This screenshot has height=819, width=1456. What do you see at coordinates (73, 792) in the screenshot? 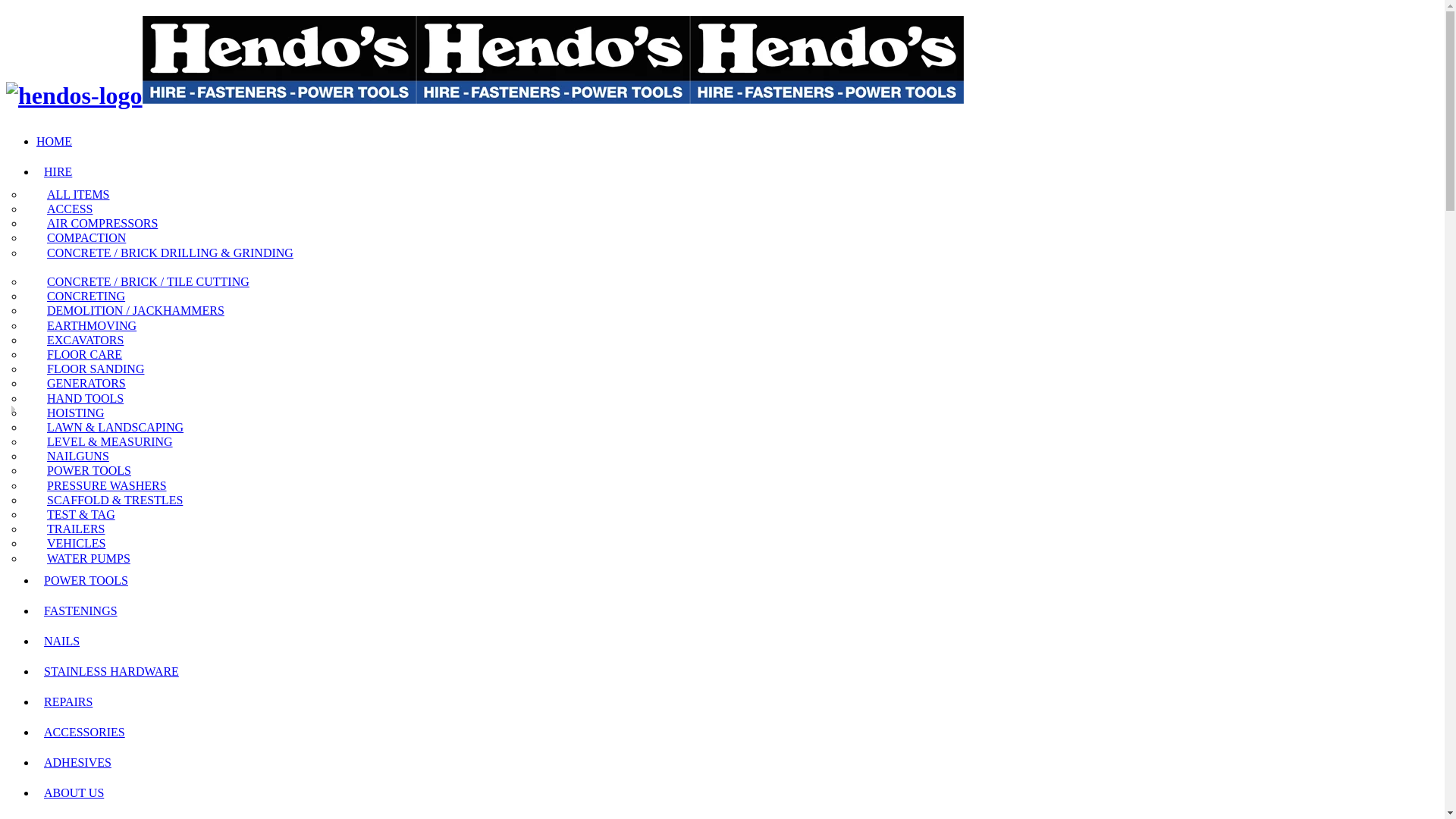
I see `'ABOUT US'` at bounding box center [73, 792].